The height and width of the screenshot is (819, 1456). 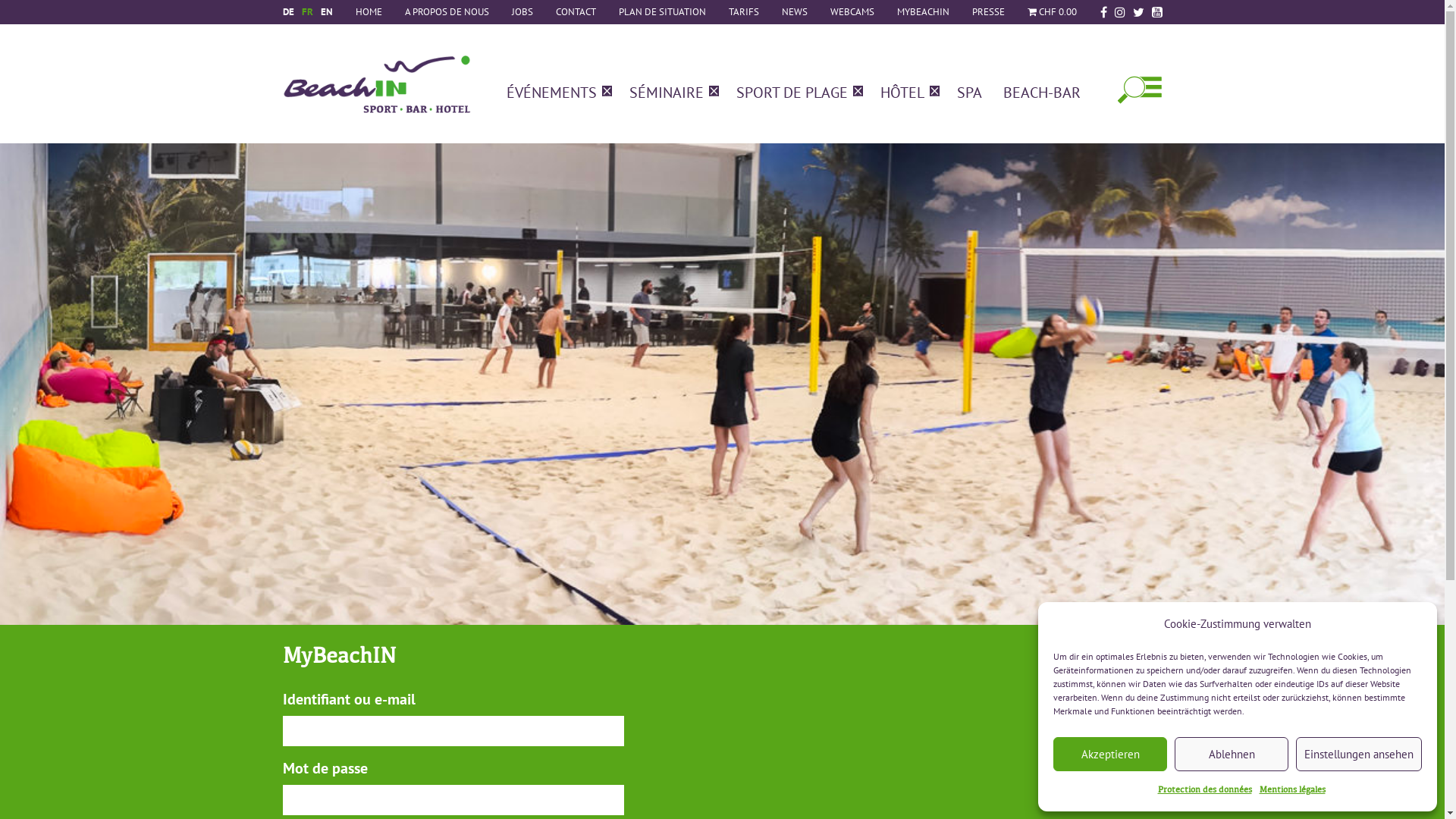 What do you see at coordinates (1358, 754) in the screenshot?
I see `'Einstellungen ansehen'` at bounding box center [1358, 754].